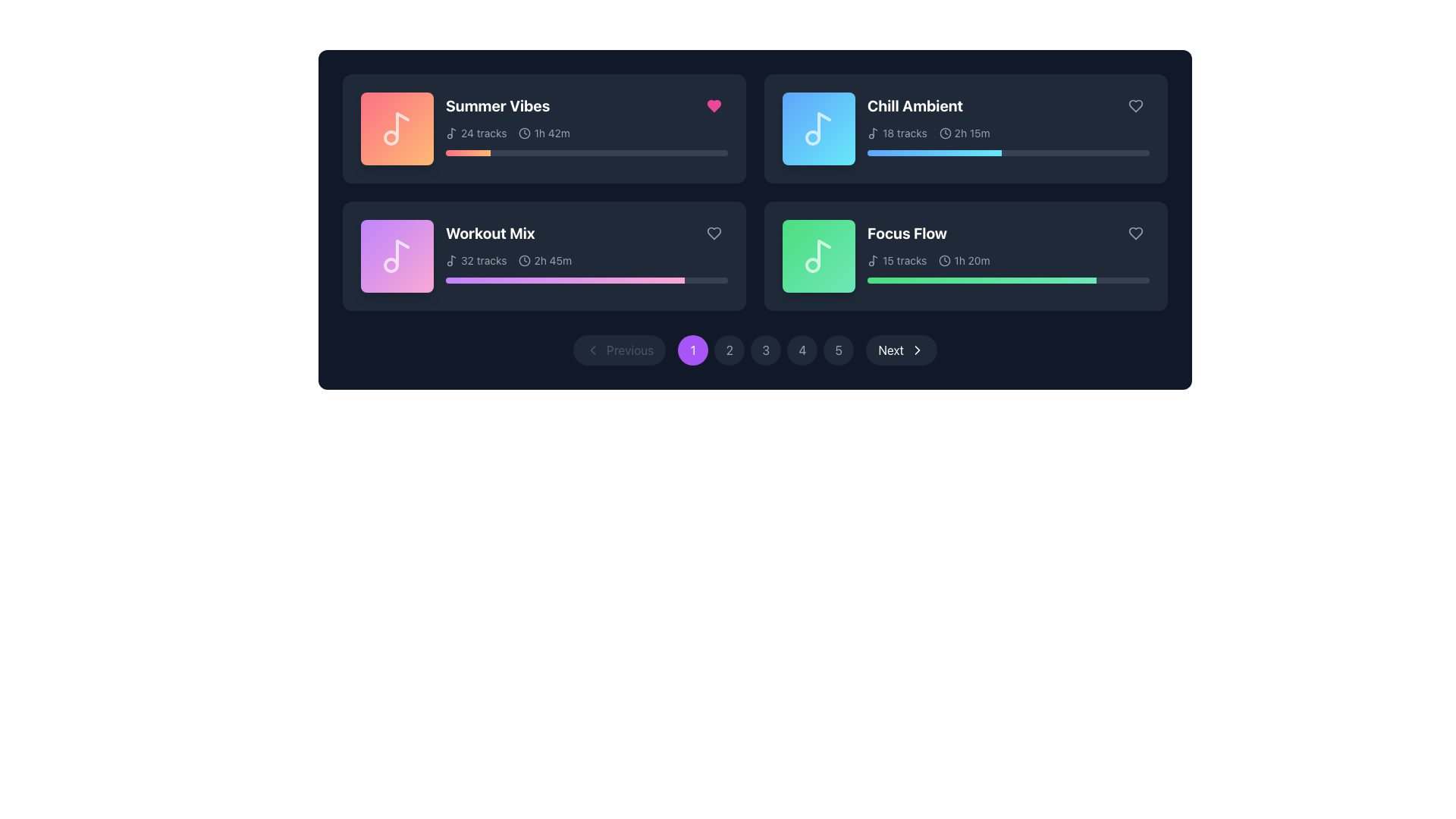 This screenshot has width=1456, height=819. Describe the element at coordinates (525, 133) in the screenshot. I see `the duration icon for the 'Summer Vibes' playlist, which is located to the left of the text '1h 42m' in the time display section of the panel` at that location.